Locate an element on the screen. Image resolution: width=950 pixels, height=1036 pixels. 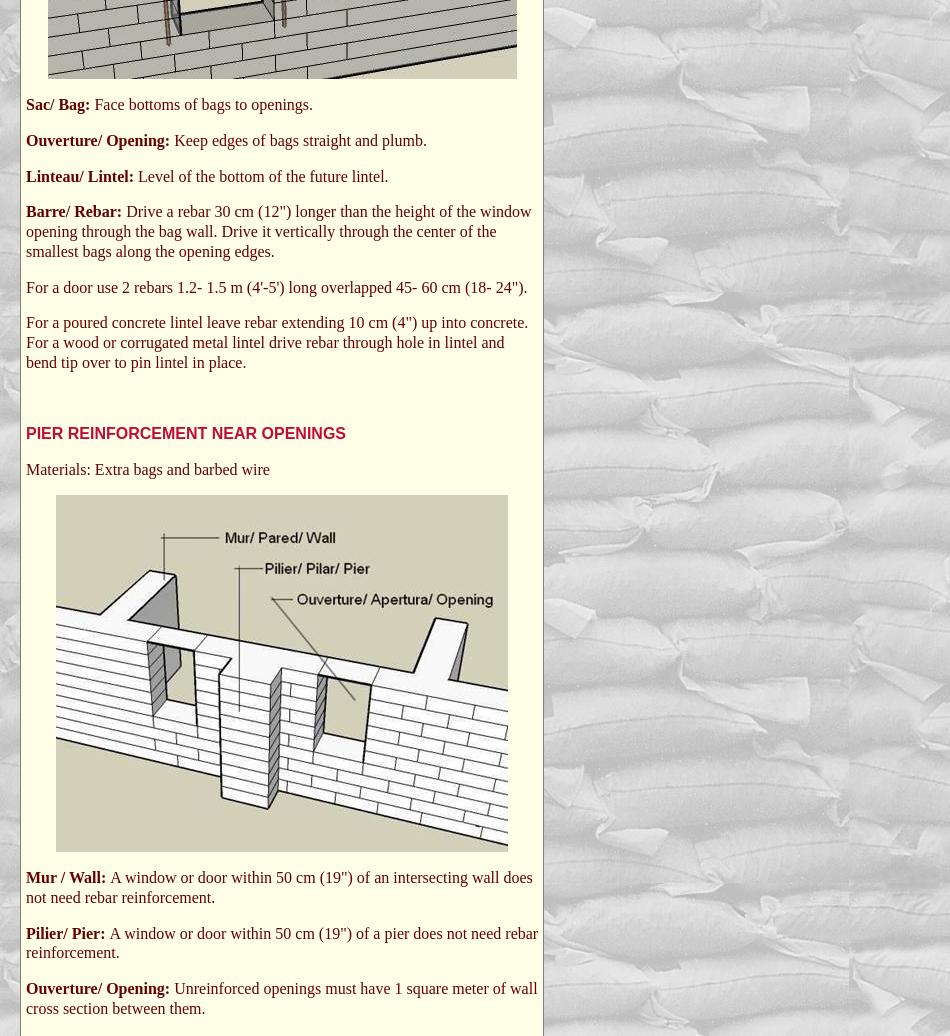
'A window or door within 50 cm (19") of an intersecting wall does not need rebar reinforcement.' is located at coordinates (278, 887).